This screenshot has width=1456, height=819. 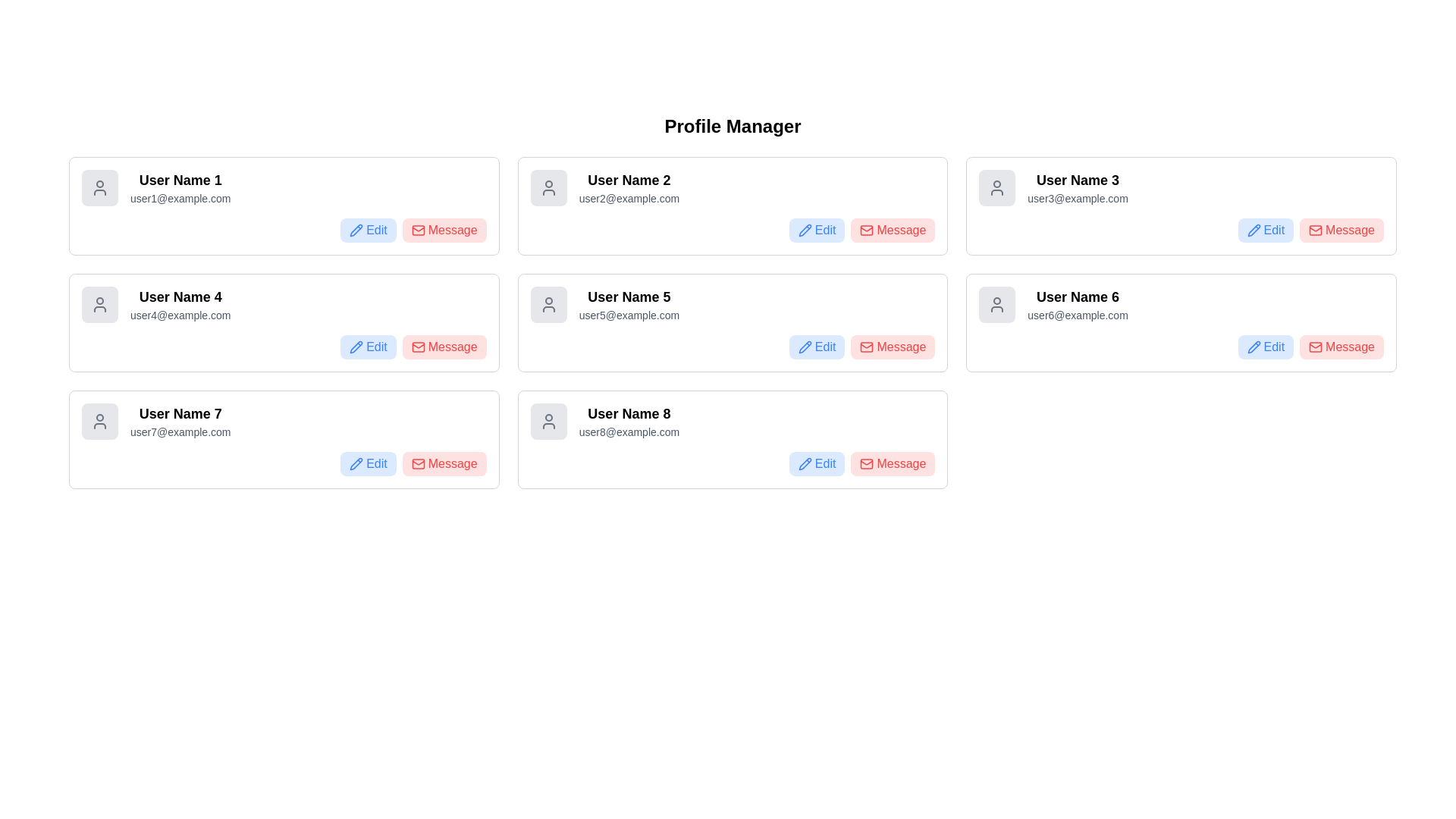 What do you see at coordinates (452, 231) in the screenshot?
I see `the button label within the profile card titled 'User Name 1' to focus on the button` at bounding box center [452, 231].